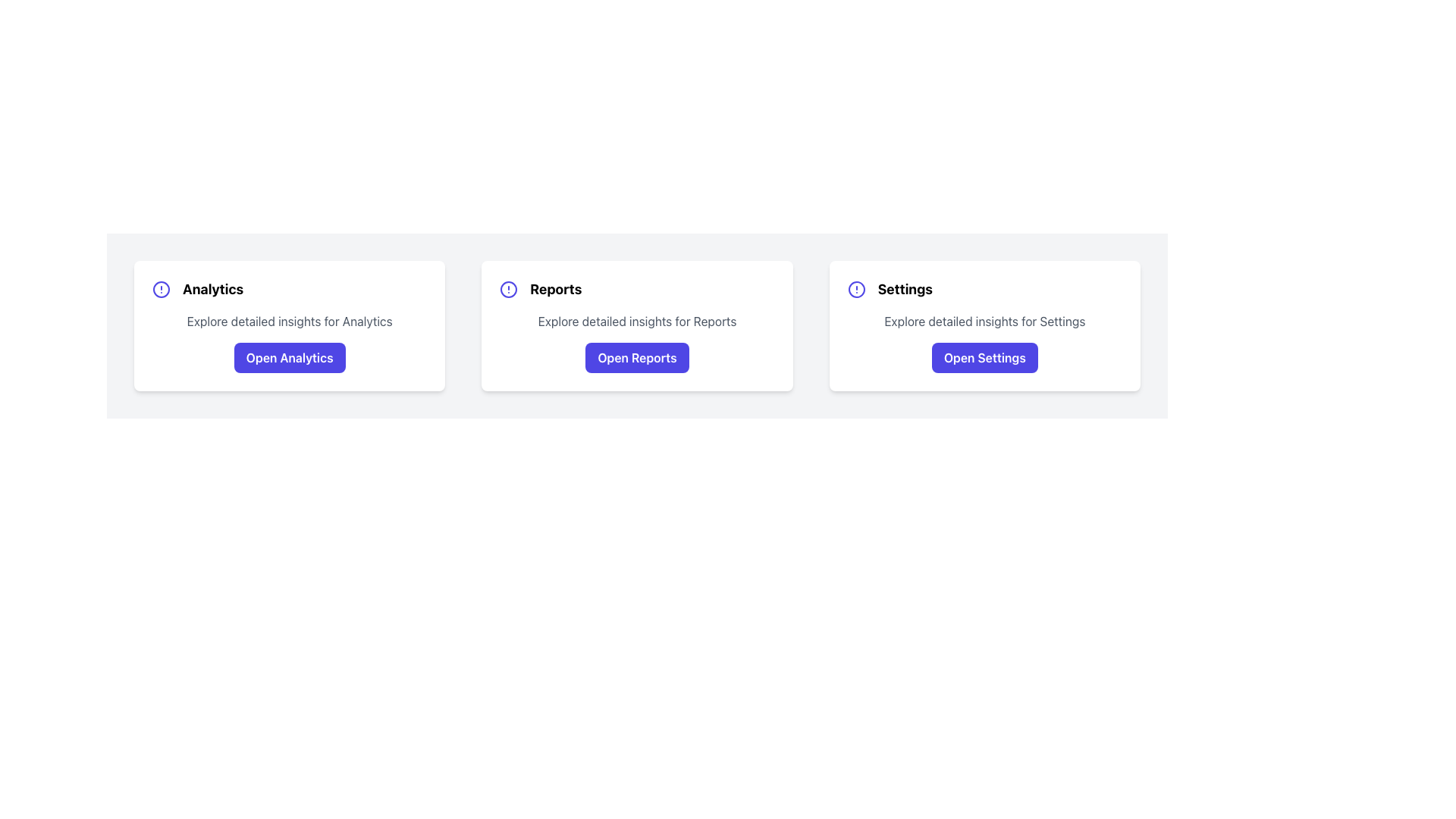 This screenshot has width=1456, height=819. What do you see at coordinates (856, 289) in the screenshot?
I see `the circle SVG element that visually contributes to the 'Settings' section, located at the center of the 'Settings' icon in the third card of the interface` at bounding box center [856, 289].